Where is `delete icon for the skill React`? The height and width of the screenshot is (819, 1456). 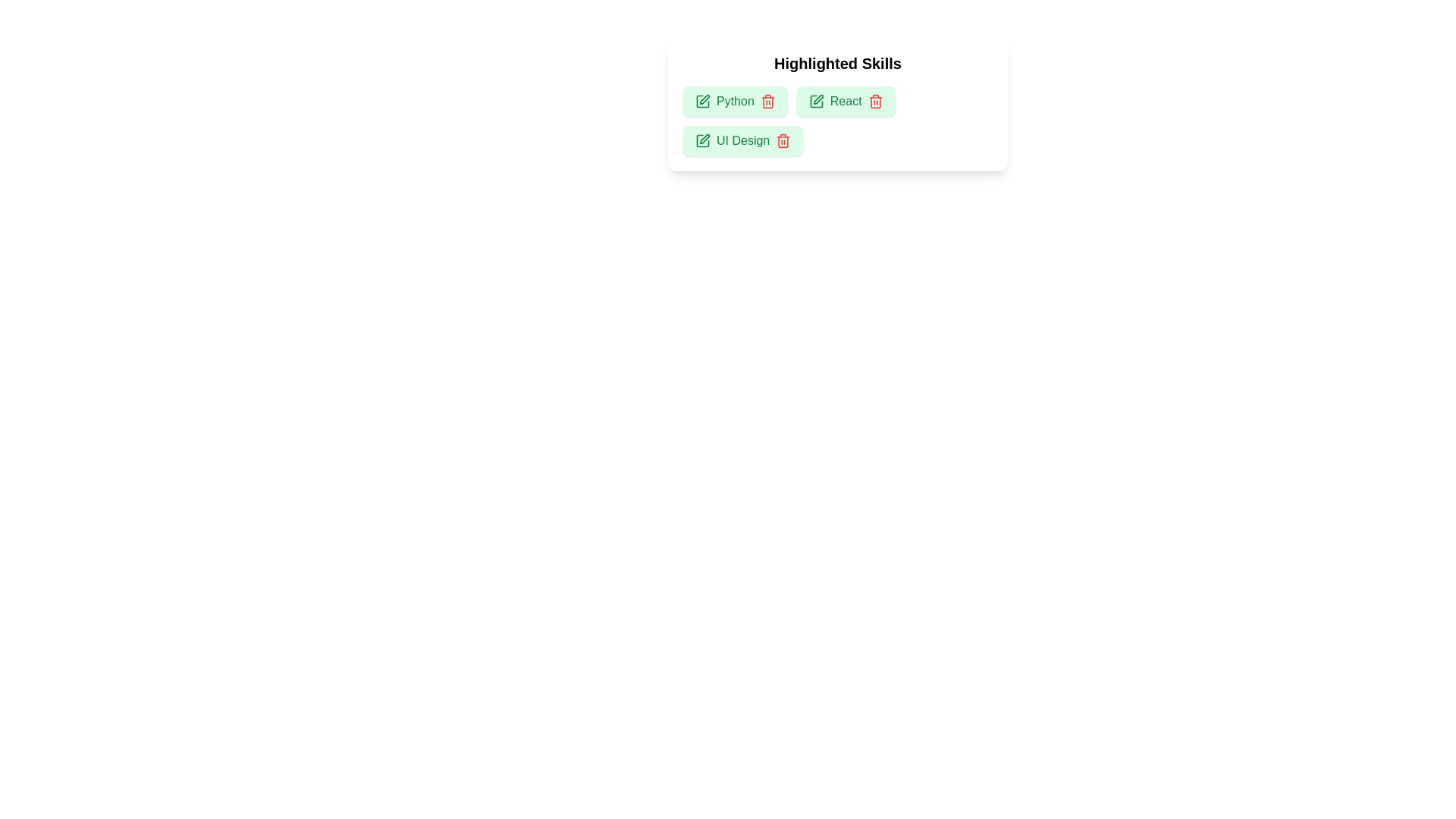 delete icon for the skill React is located at coordinates (875, 102).